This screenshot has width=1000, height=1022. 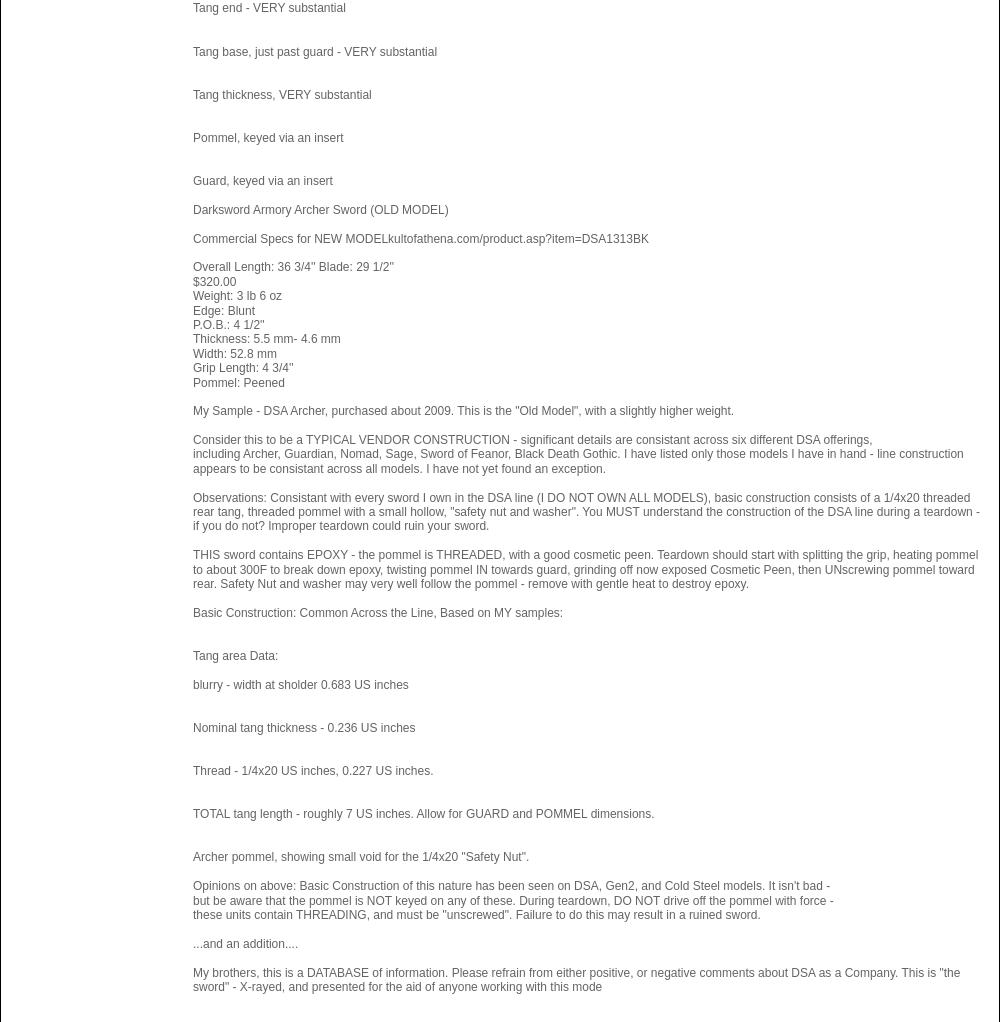 What do you see at coordinates (213, 281) in the screenshot?
I see `'$320.00'` at bounding box center [213, 281].